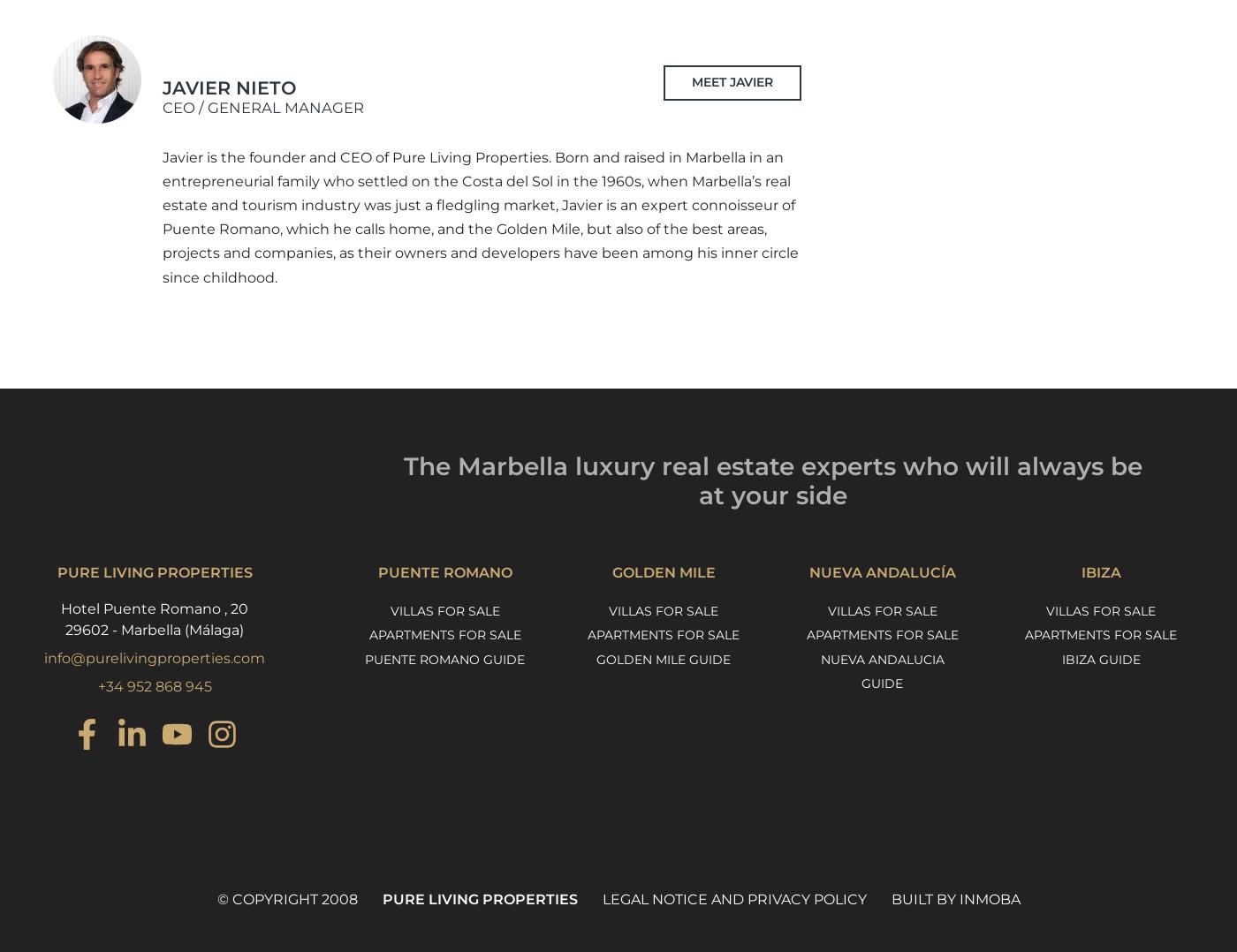  Describe the element at coordinates (263, 106) in the screenshot. I see `'CEO / General Manager'` at that location.